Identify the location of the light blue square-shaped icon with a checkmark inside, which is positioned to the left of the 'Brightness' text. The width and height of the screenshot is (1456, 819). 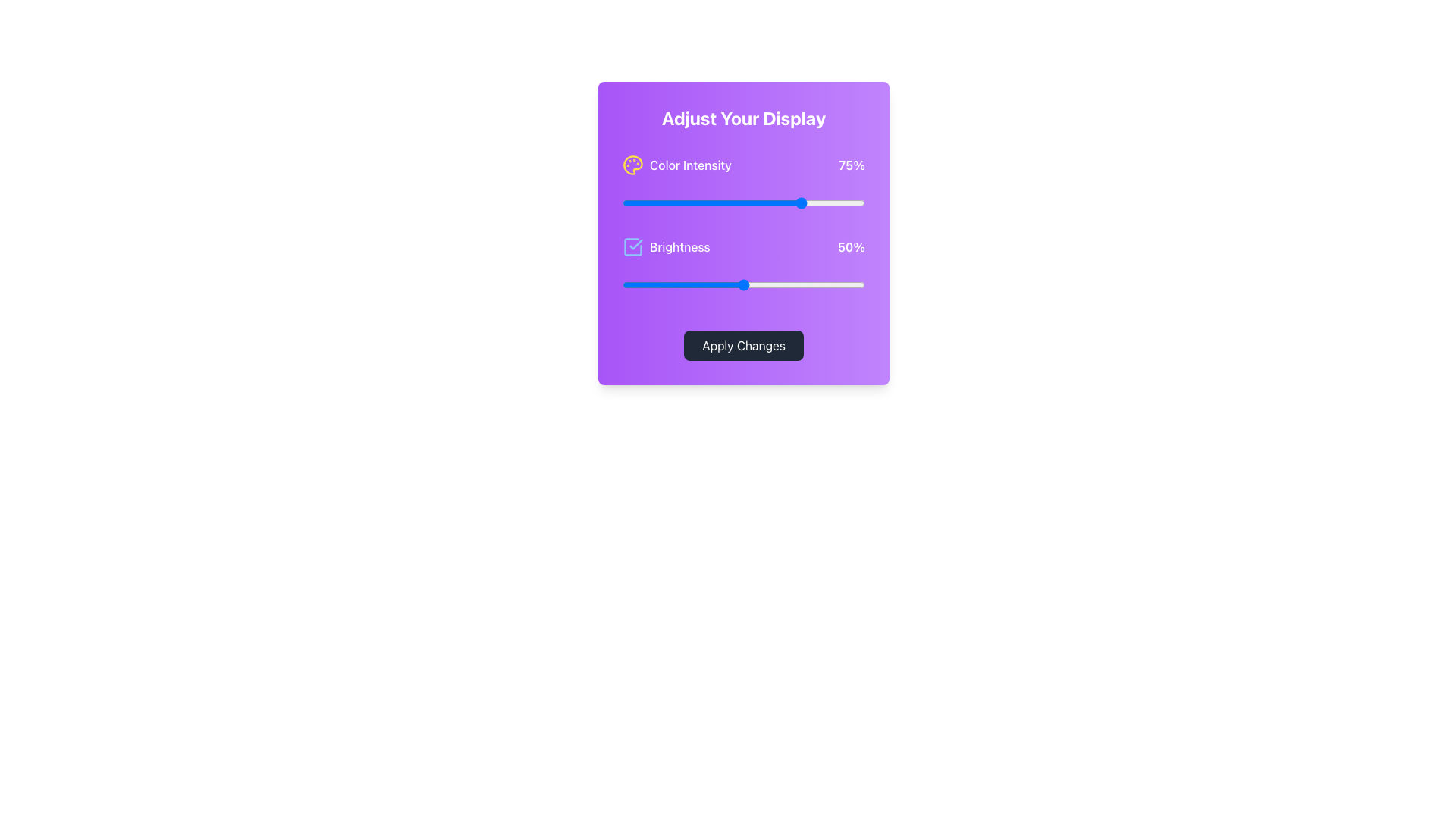
(633, 246).